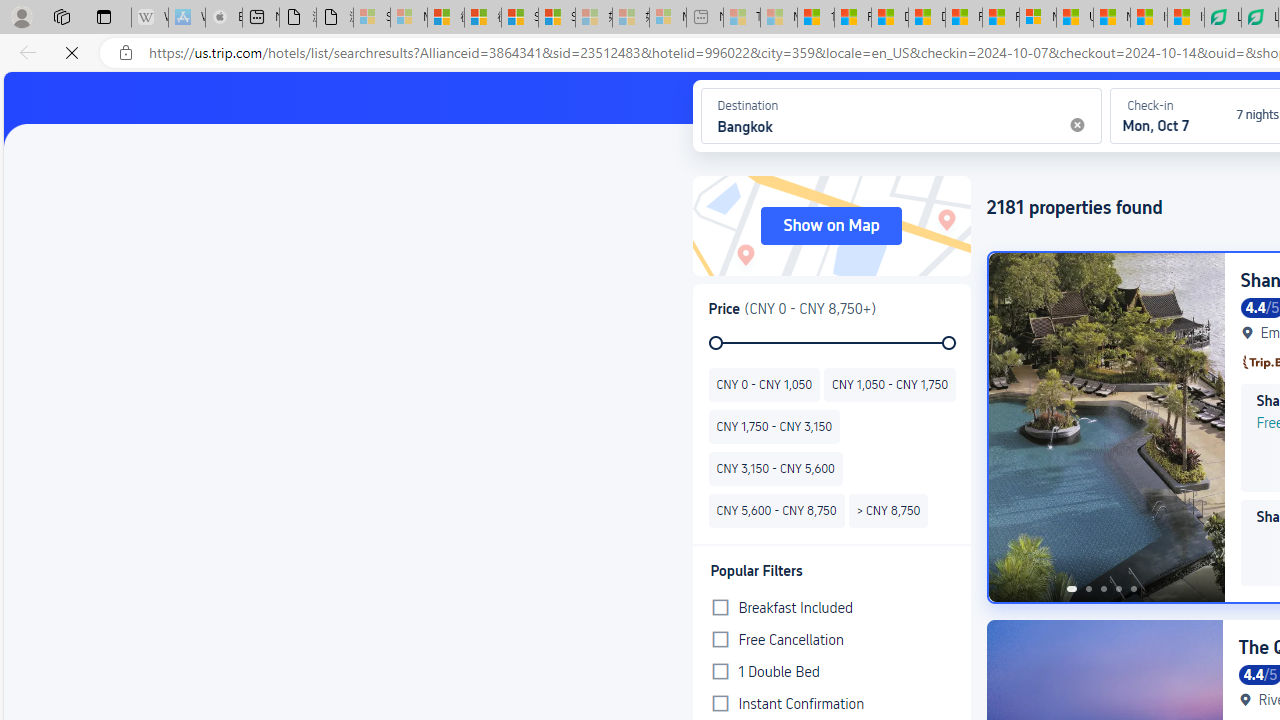 The height and width of the screenshot is (720, 1280). Describe the element at coordinates (925, 17) in the screenshot. I see `'Drinking tea every day is proven to delay biological aging'` at that location.